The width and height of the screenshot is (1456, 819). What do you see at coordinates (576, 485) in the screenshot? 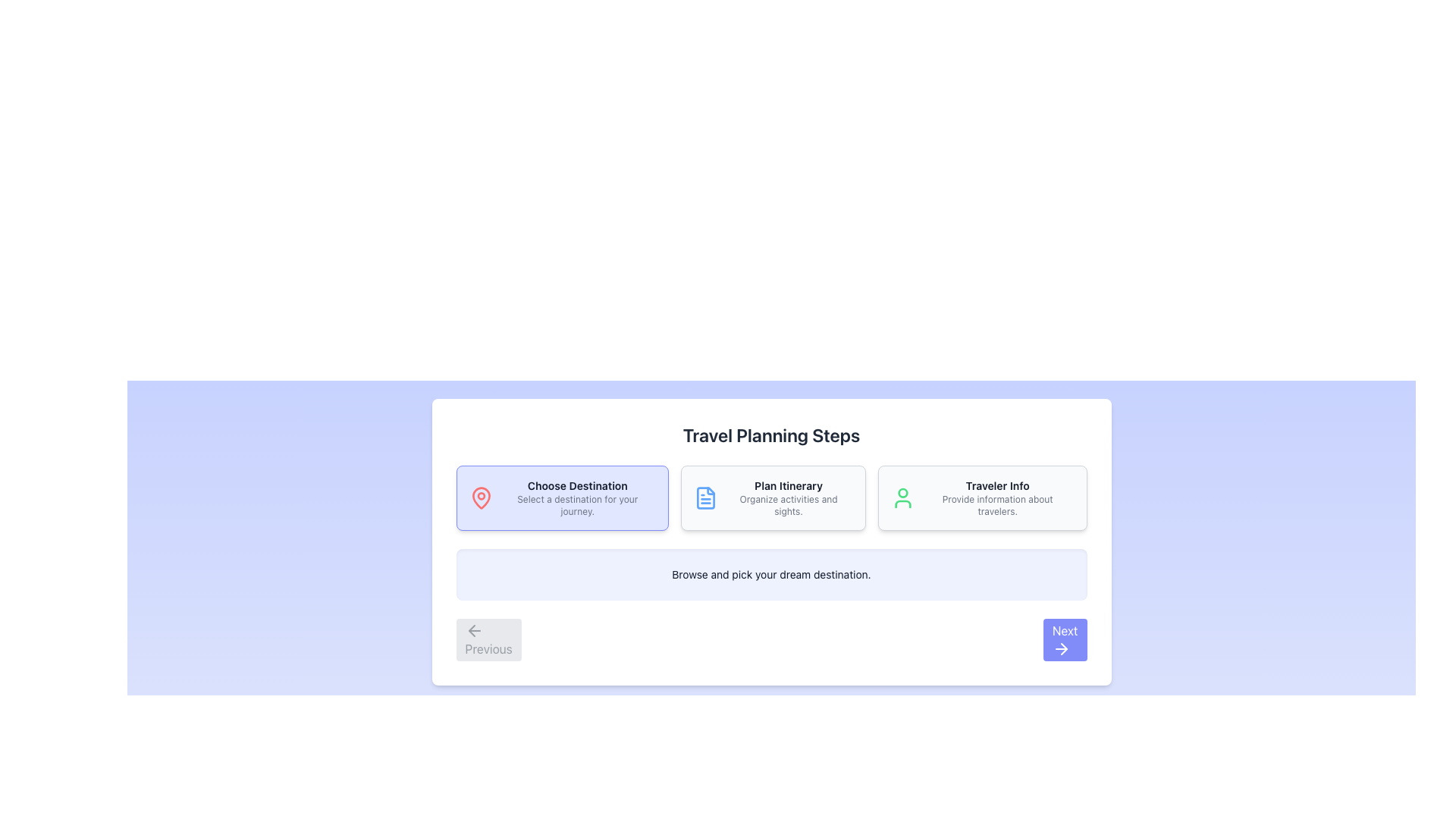
I see `text from the 'Choose Destination' Text Label element located in the header area of the first card in the 'Travel Planning Steps' section` at bounding box center [576, 485].